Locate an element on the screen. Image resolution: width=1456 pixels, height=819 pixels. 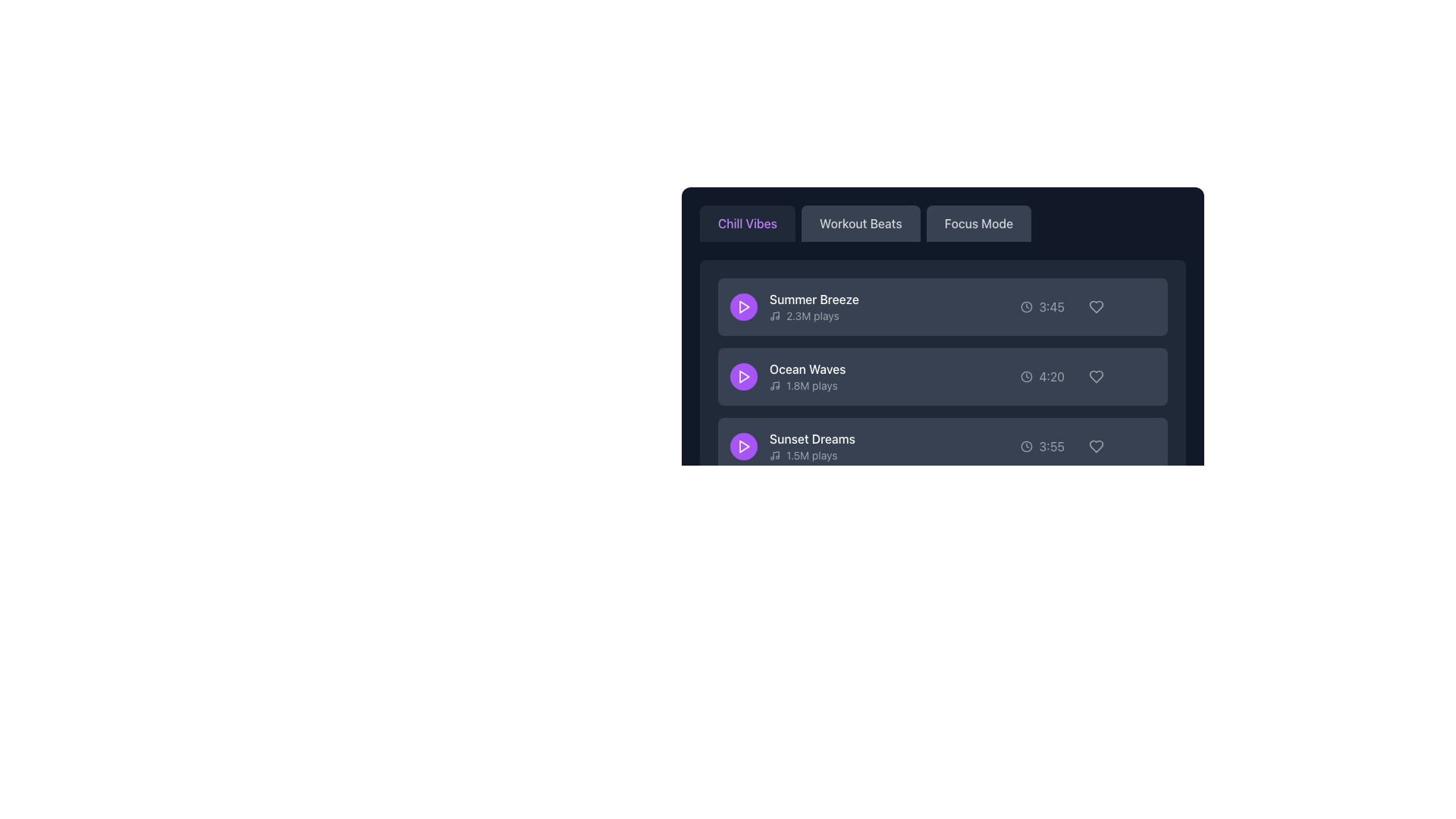
the heart icon button located in the second row of the list interface that allows users to mark items as liked or favorited, following the text display of '4:20' is located at coordinates (1096, 376).